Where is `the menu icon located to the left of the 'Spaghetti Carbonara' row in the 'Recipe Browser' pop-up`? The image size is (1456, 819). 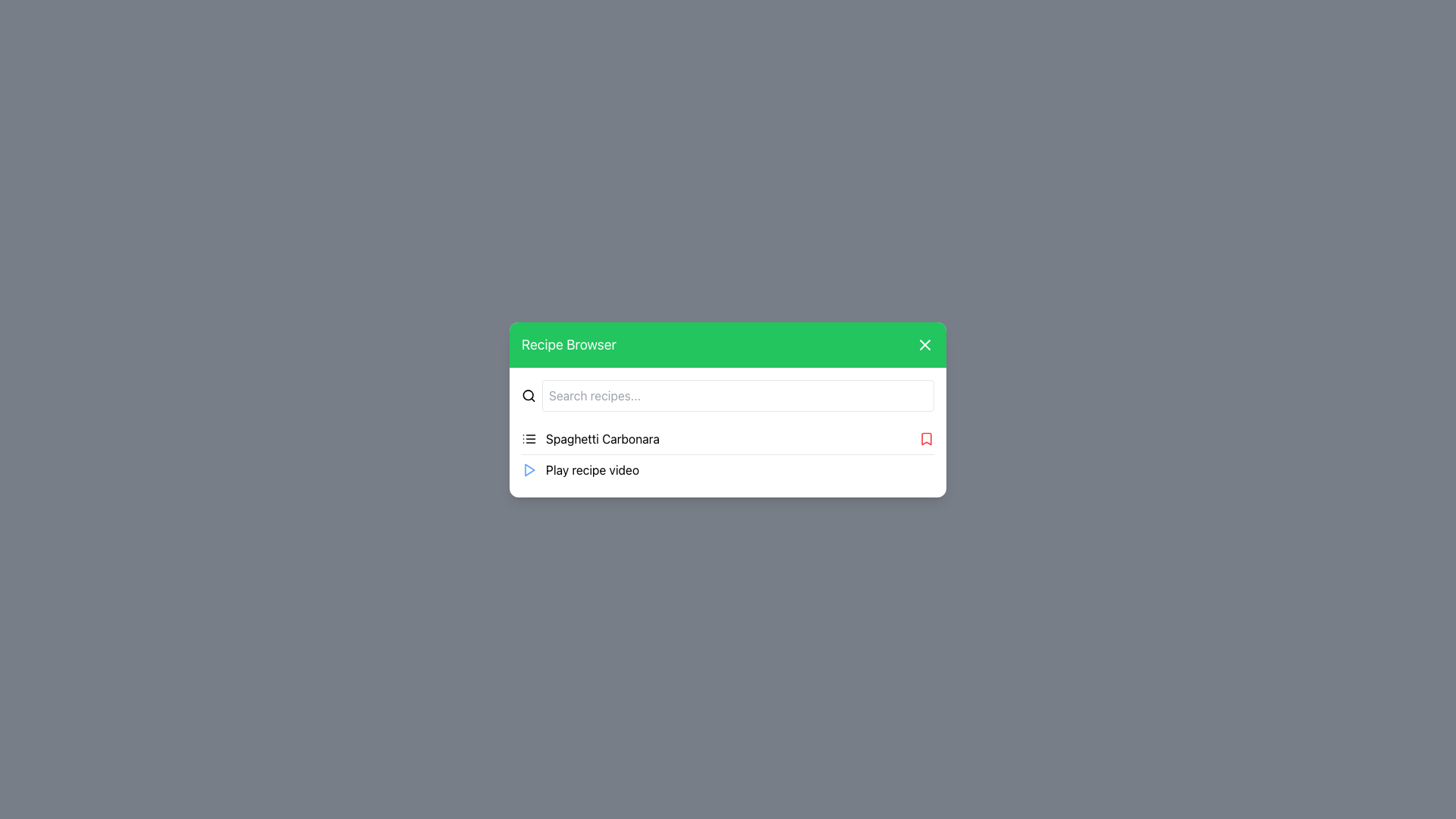 the menu icon located to the left of the 'Spaghetti Carbonara' row in the 'Recipe Browser' pop-up is located at coordinates (529, 438).